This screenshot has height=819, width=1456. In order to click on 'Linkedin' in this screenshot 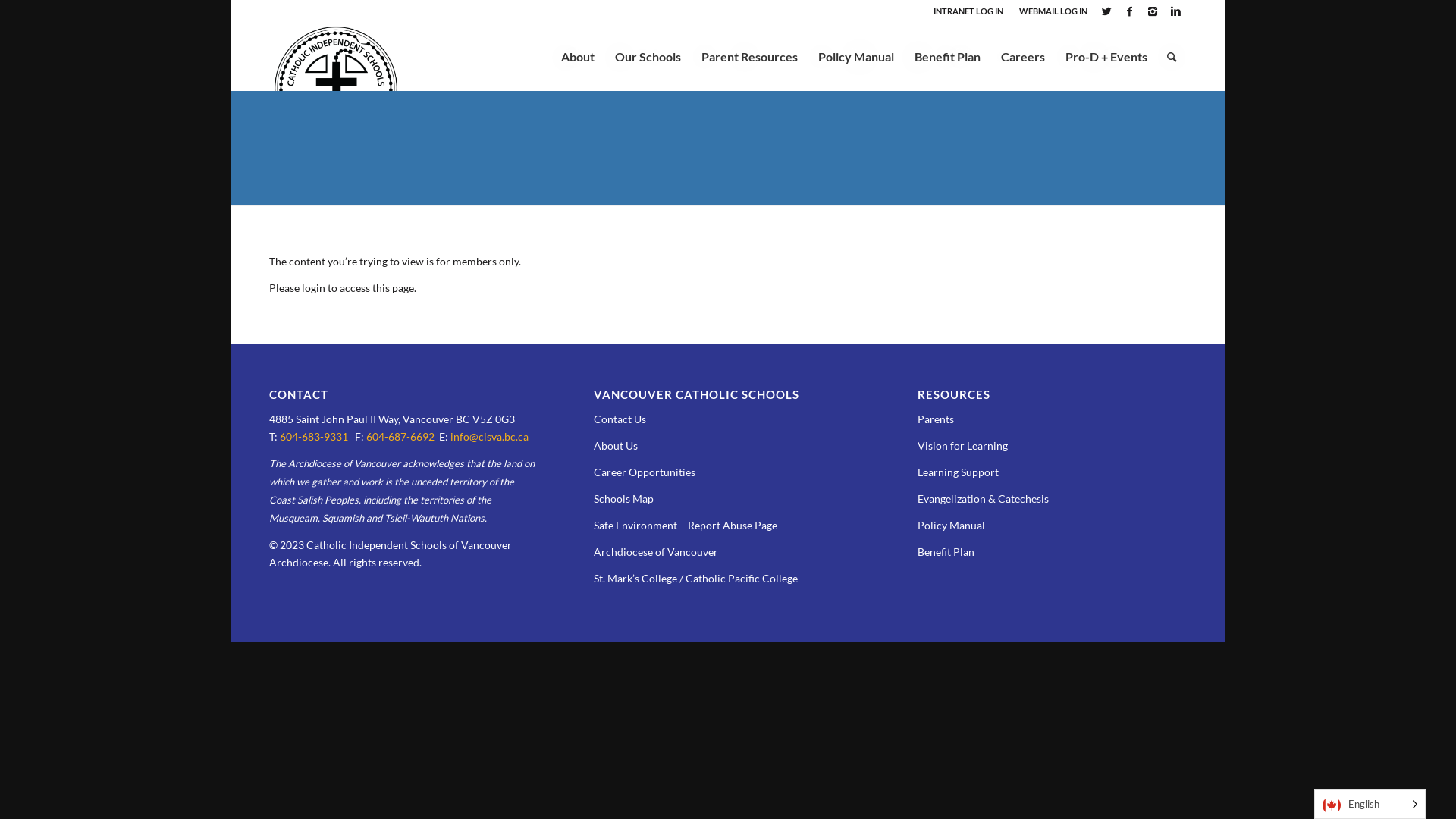, I will do `click(1175, 11)`.